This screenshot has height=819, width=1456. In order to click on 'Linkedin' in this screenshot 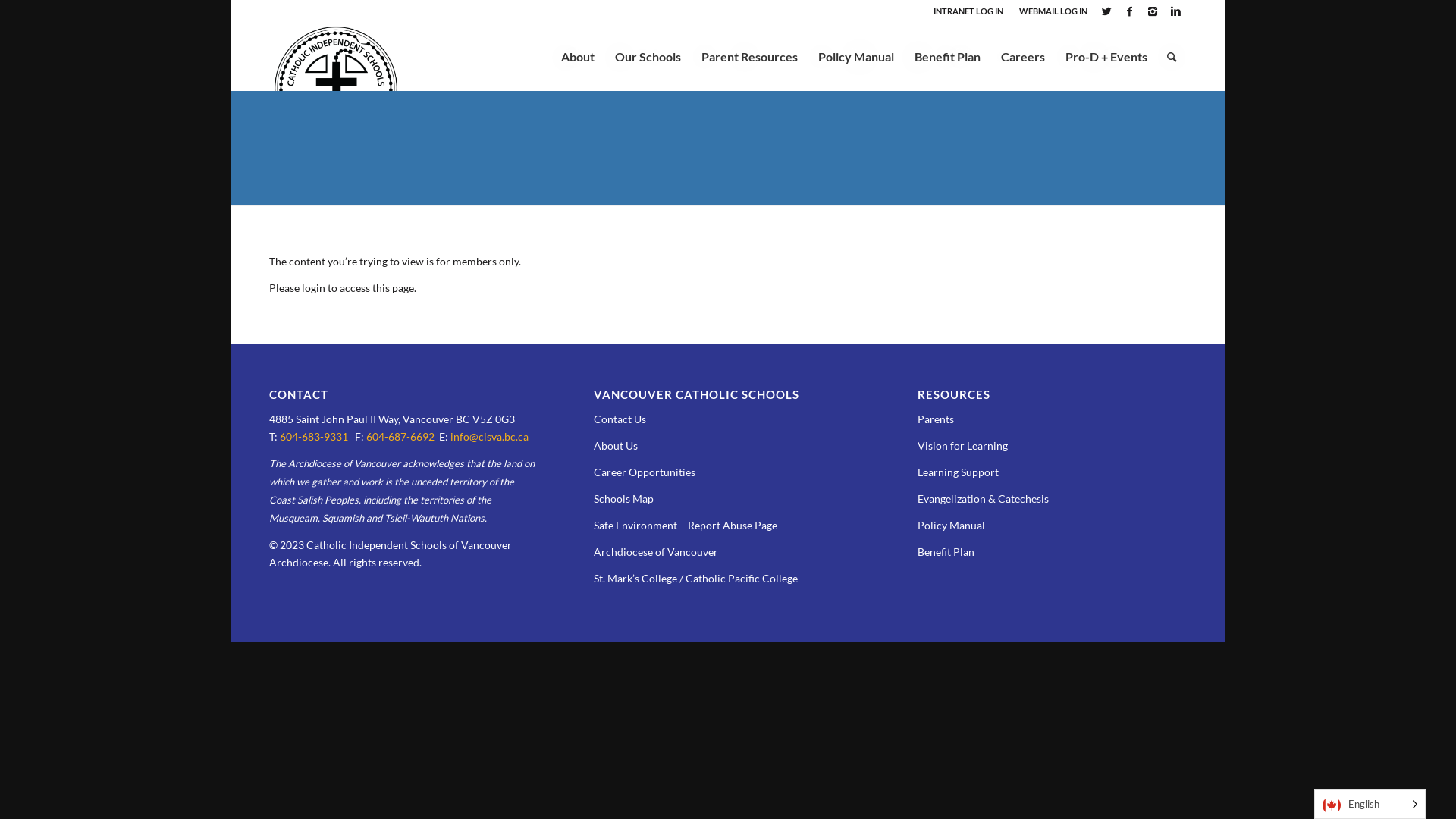, I will do `click(1175, 11)`.